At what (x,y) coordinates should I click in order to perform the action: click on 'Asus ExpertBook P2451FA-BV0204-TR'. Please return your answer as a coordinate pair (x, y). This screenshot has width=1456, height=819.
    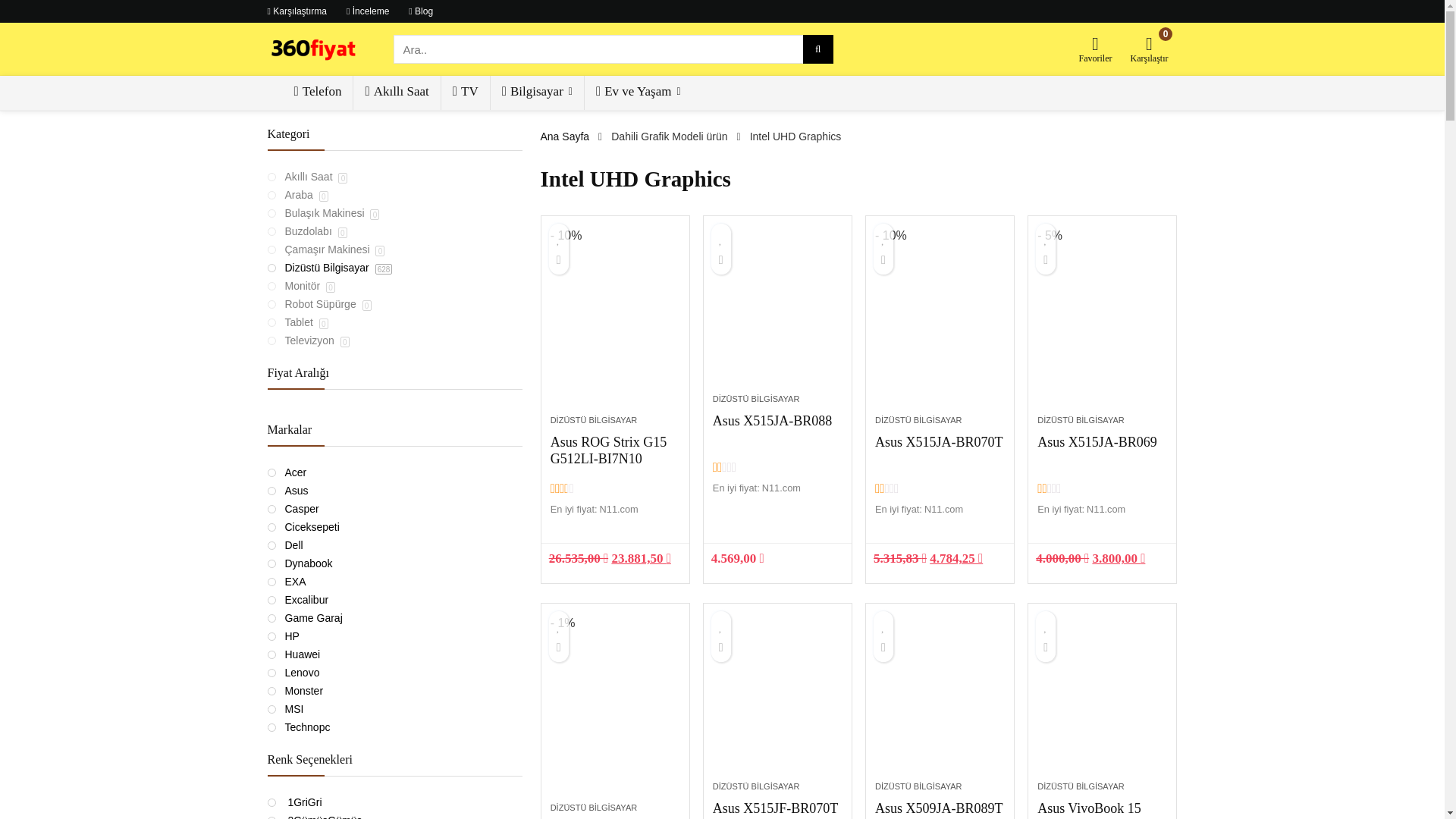
    Looking at the image, I should click on (615, 720).